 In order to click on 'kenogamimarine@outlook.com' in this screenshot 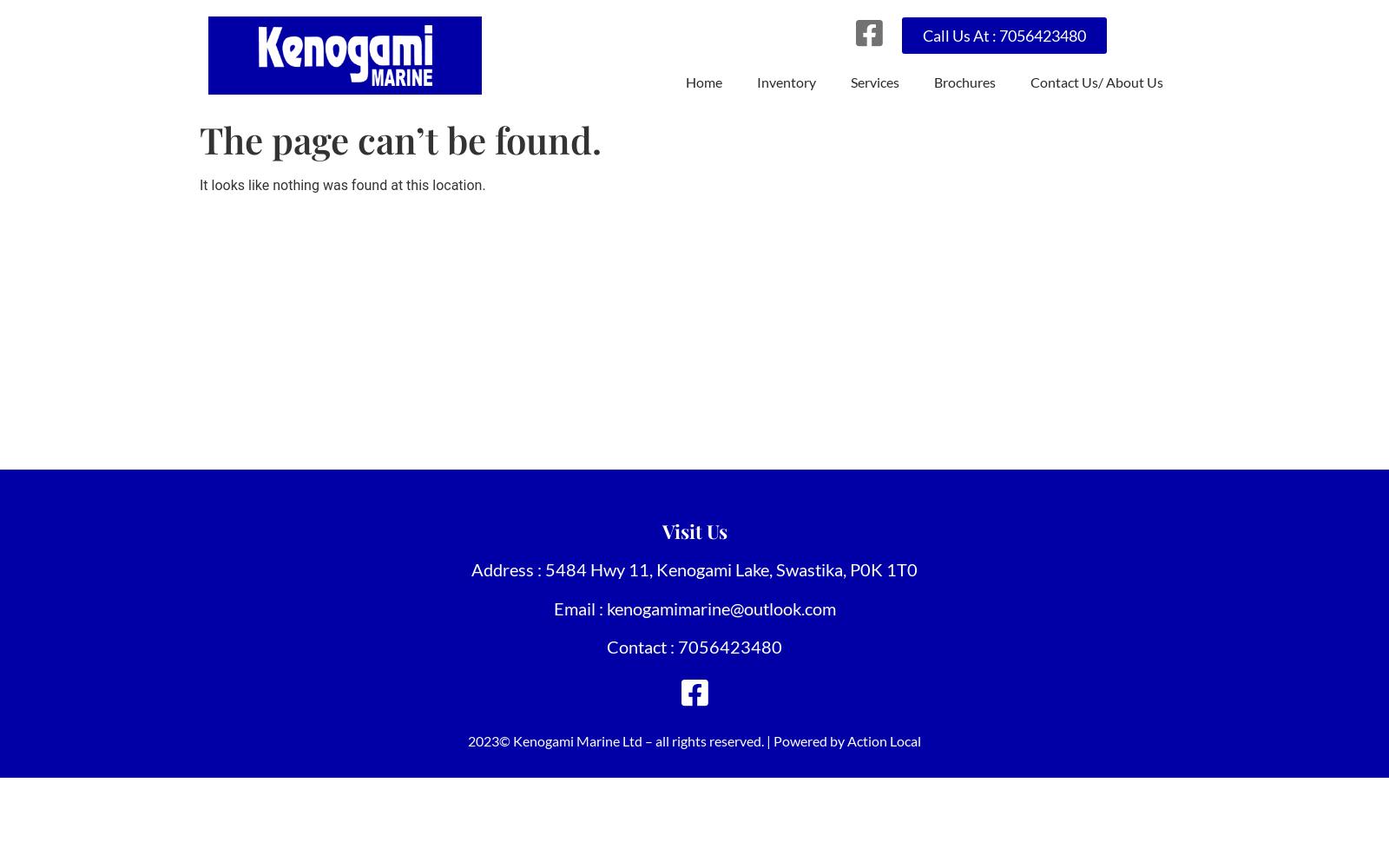, I will do `click(720, 607)`.